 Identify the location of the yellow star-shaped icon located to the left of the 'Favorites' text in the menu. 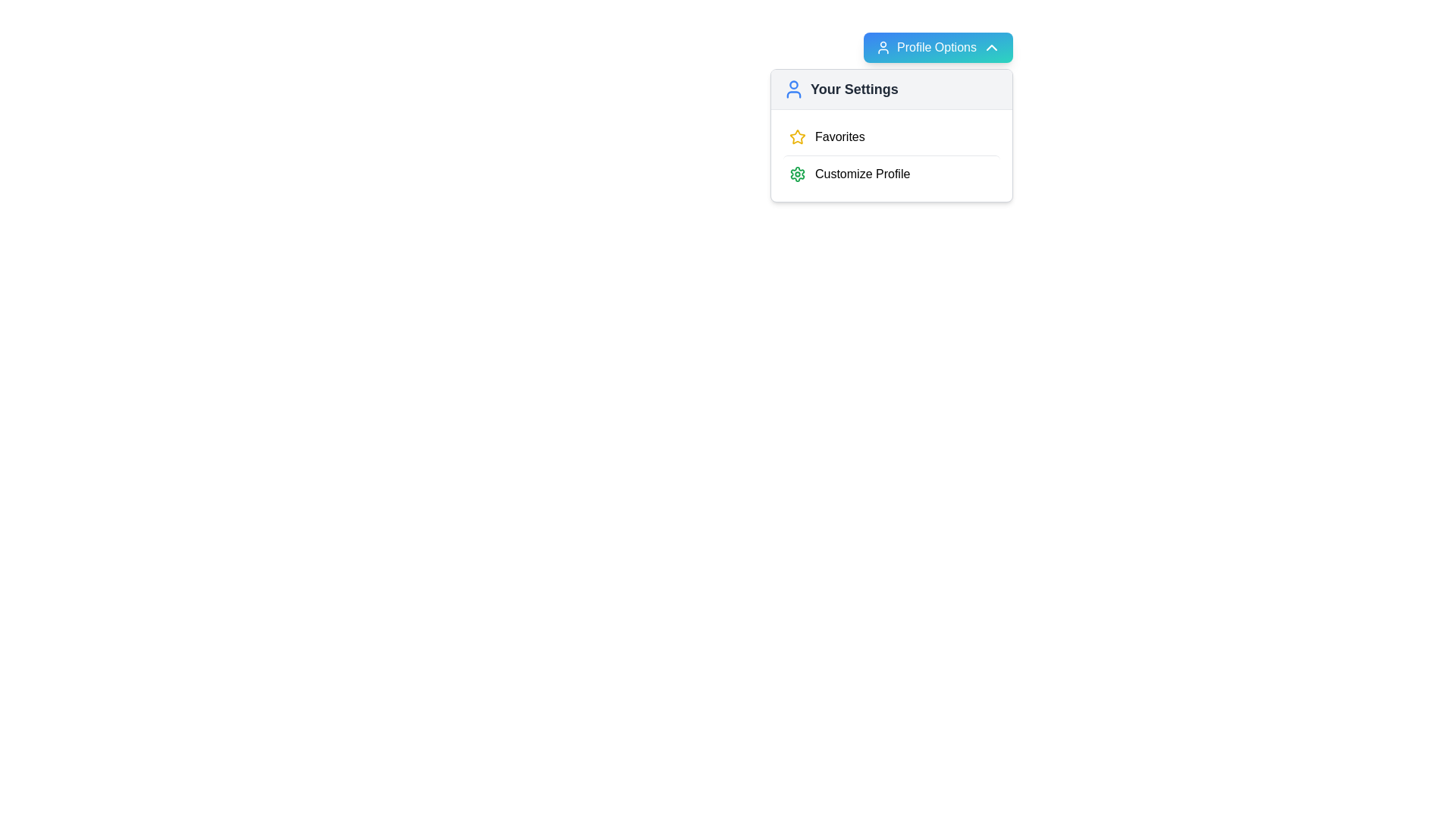
(796, 137).